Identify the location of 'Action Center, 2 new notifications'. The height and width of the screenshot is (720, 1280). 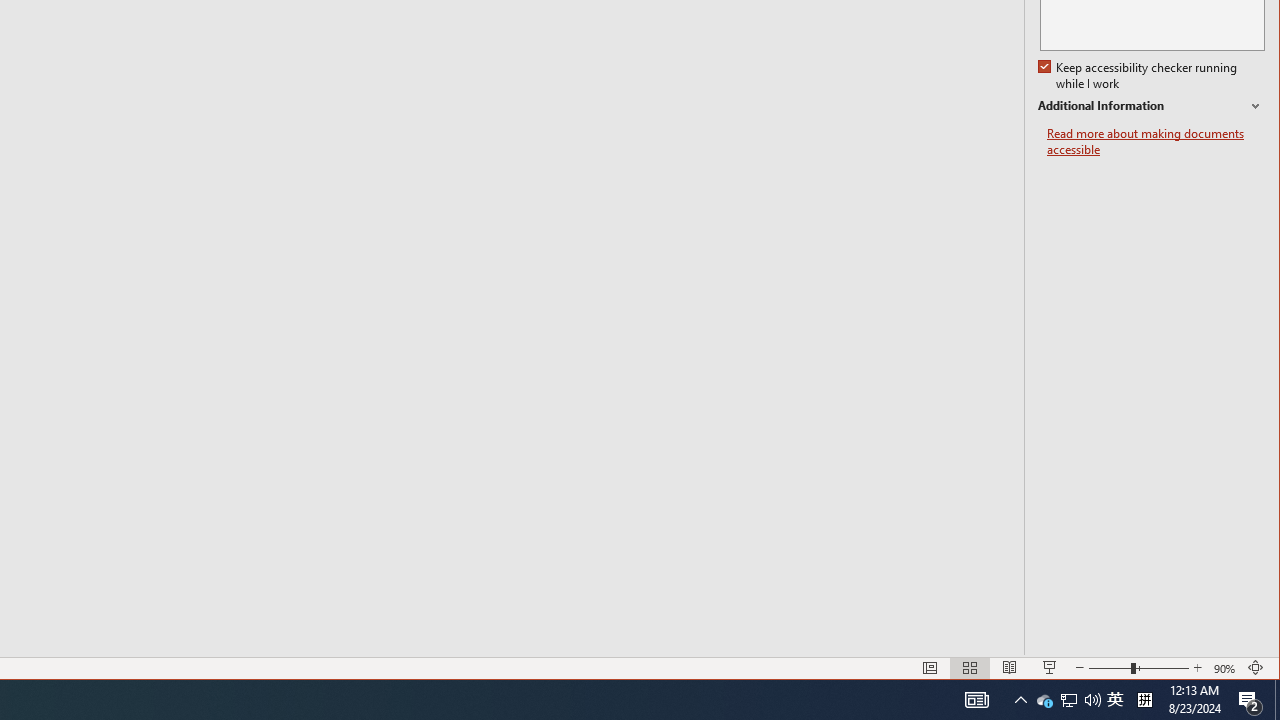
(1250, 698).